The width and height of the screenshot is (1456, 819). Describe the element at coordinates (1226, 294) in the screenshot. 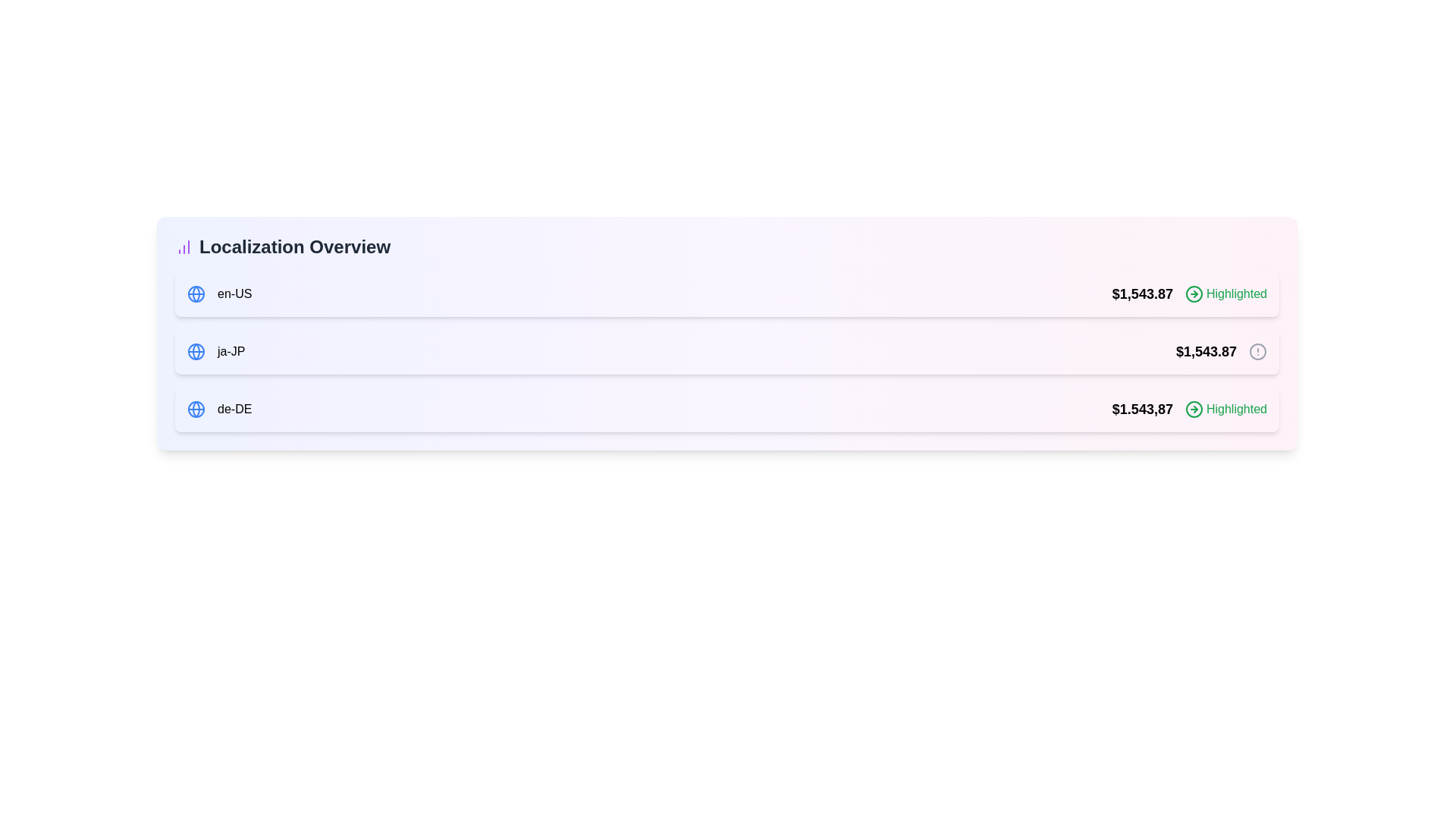

I see `the 'Highlighted' label, which consists of a green icon and styled text` at that location.